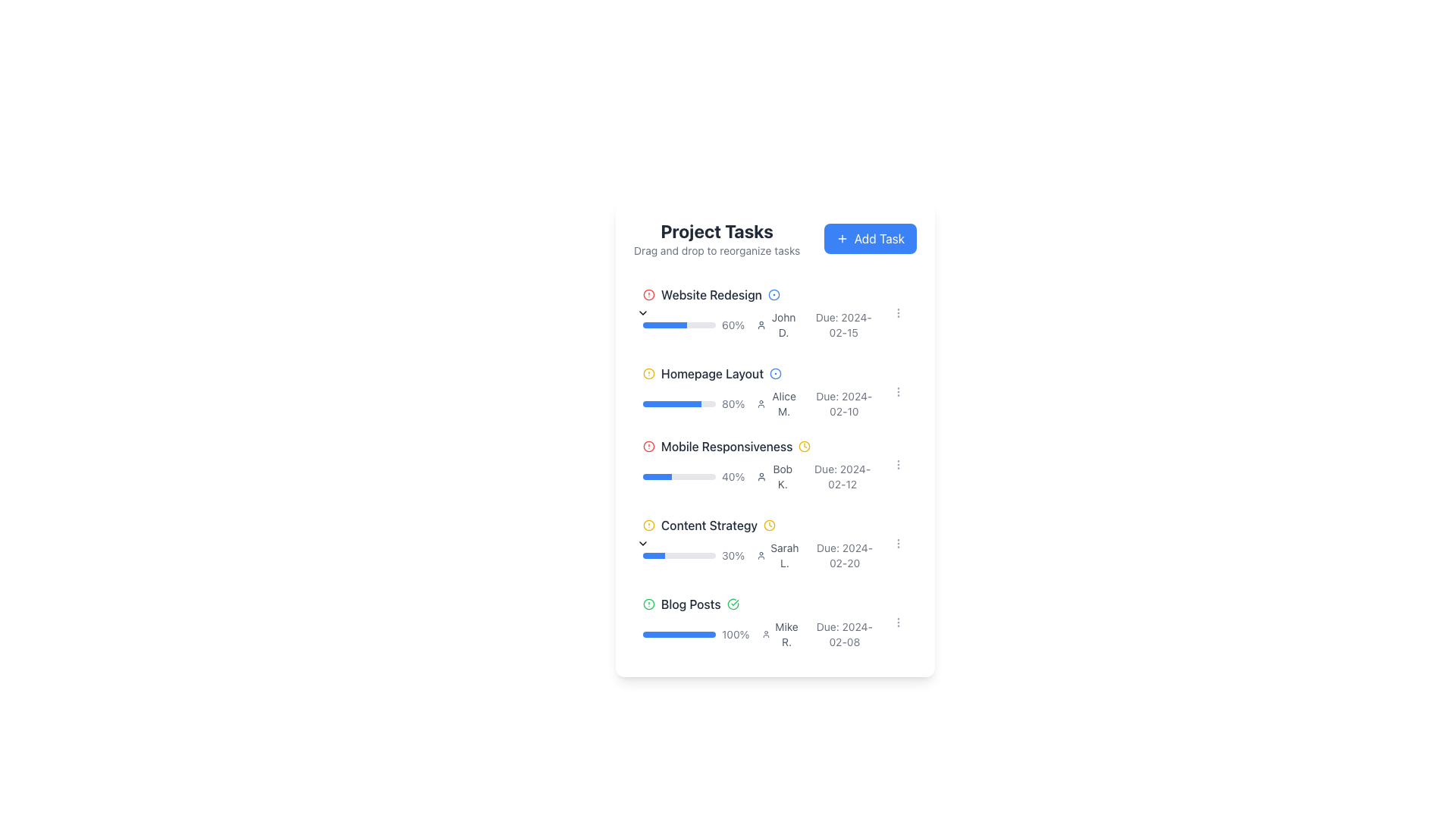 The width and height of the screenshot is (1456, 819). I want to click on the text label displaying 'Website Redesign', which is the first task item under the 'Project Tasks' heading, so click(711, 295).